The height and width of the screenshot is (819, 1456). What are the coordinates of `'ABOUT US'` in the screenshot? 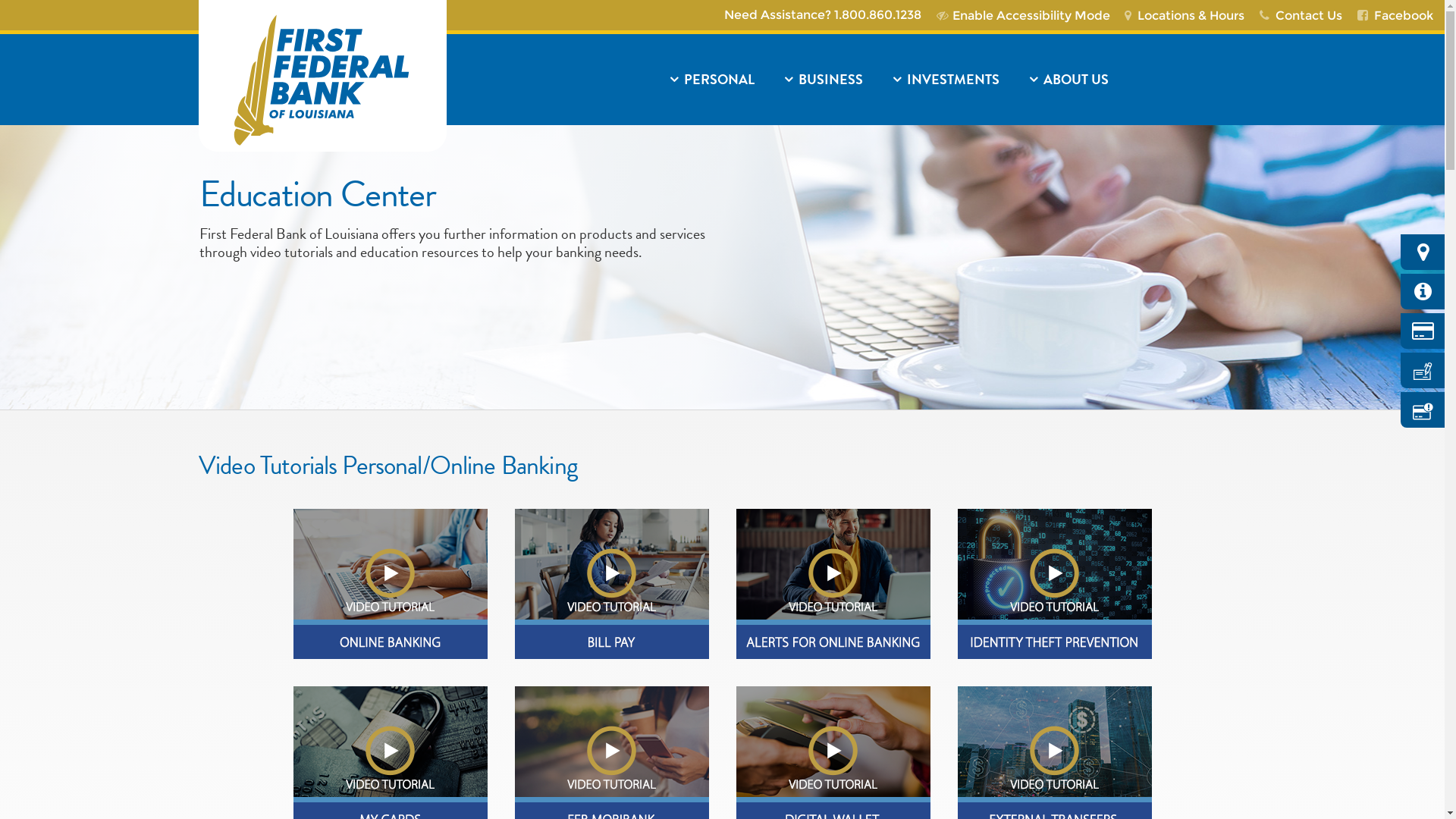 It's located at (1129, 79).